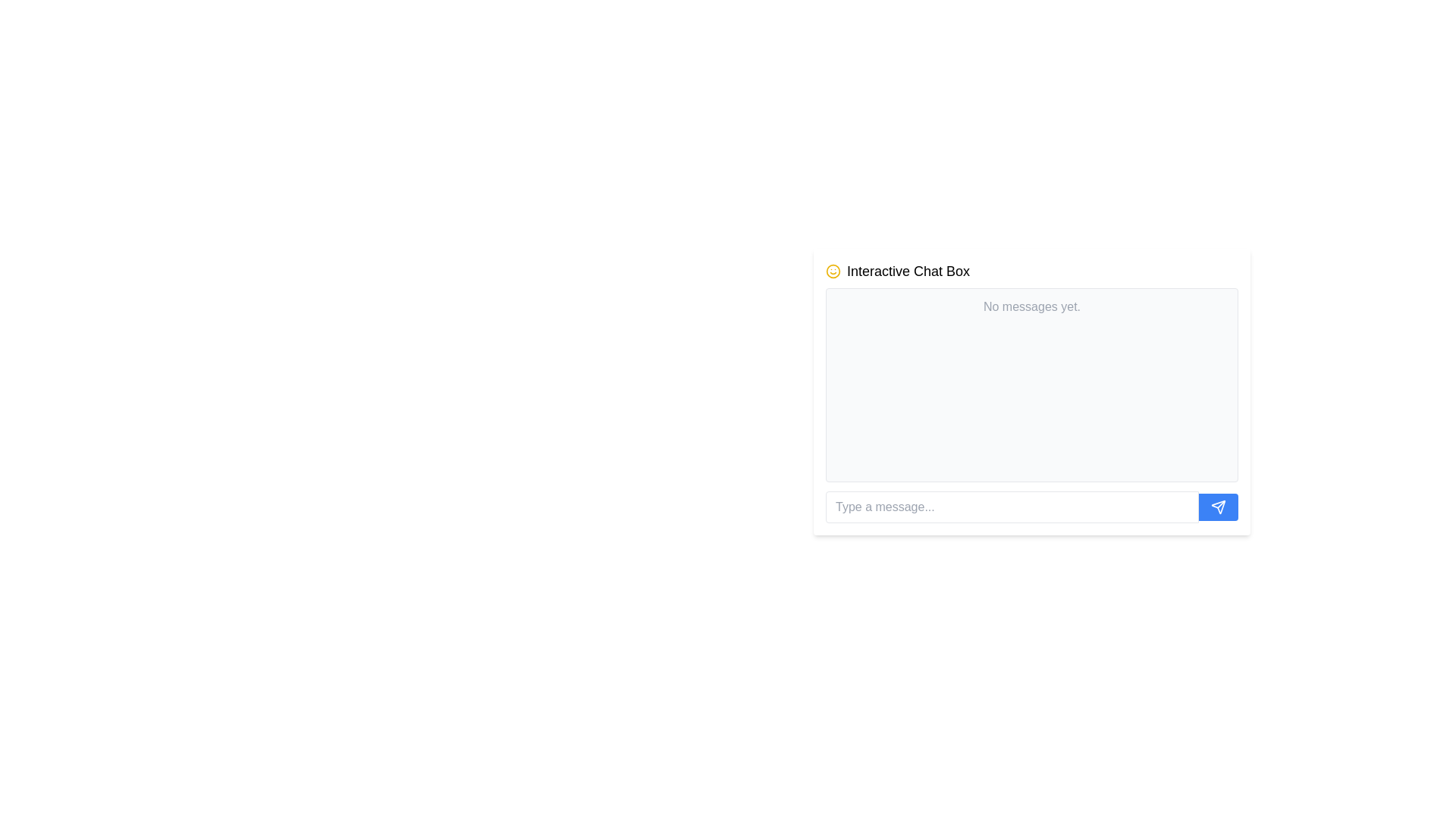  Describe the element at coordinates (833, 271) in the screenshot. I see `the decorative icon in the top-left corner of the 'Interactive Chat Box' header section, which precedes the text 'Interactive Chat Box'` at that location.